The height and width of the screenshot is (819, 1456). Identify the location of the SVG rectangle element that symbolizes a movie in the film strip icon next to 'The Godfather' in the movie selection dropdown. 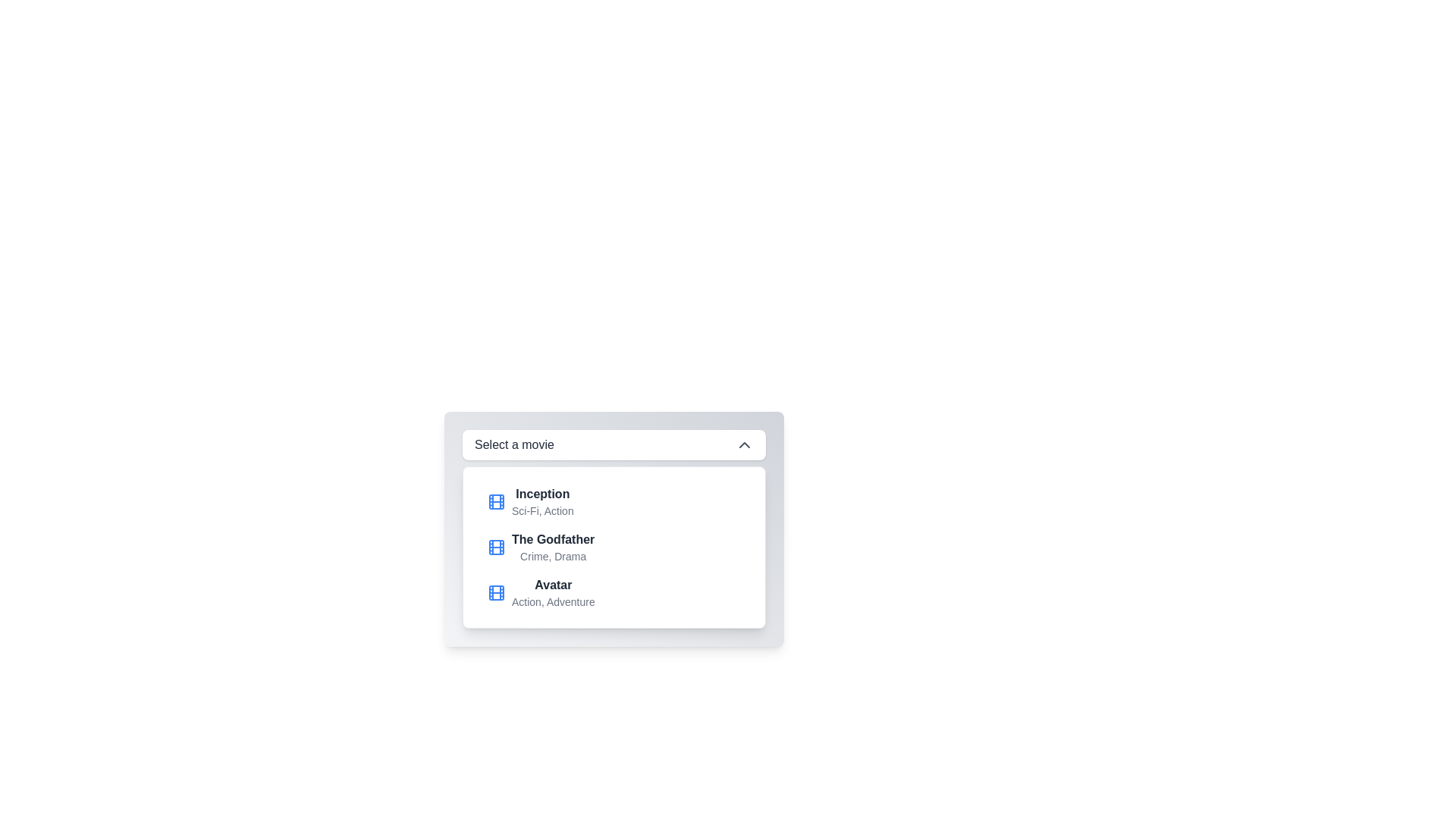
(496, 547).